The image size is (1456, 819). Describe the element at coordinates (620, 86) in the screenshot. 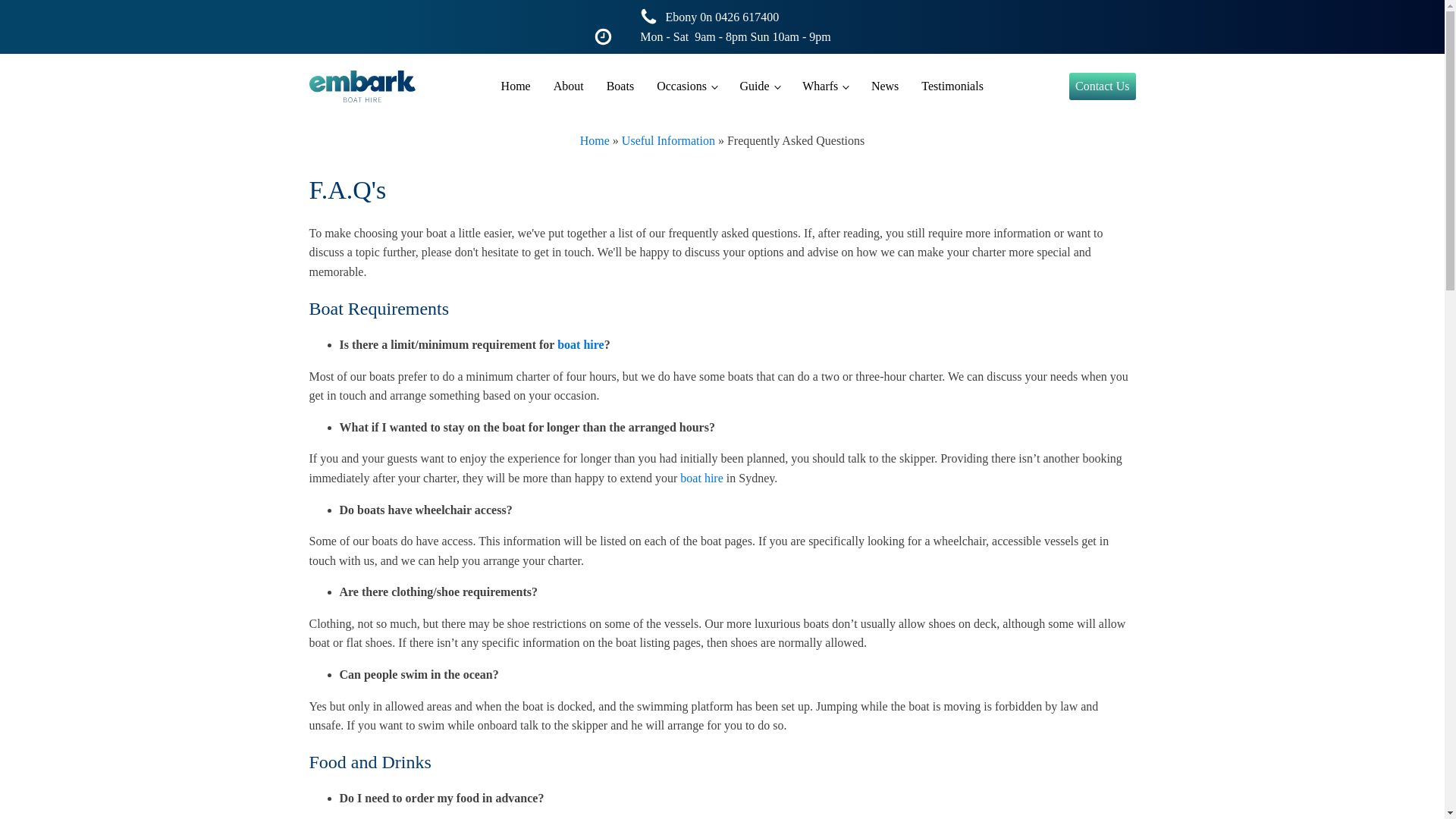

I see `'Boats'` at that location.